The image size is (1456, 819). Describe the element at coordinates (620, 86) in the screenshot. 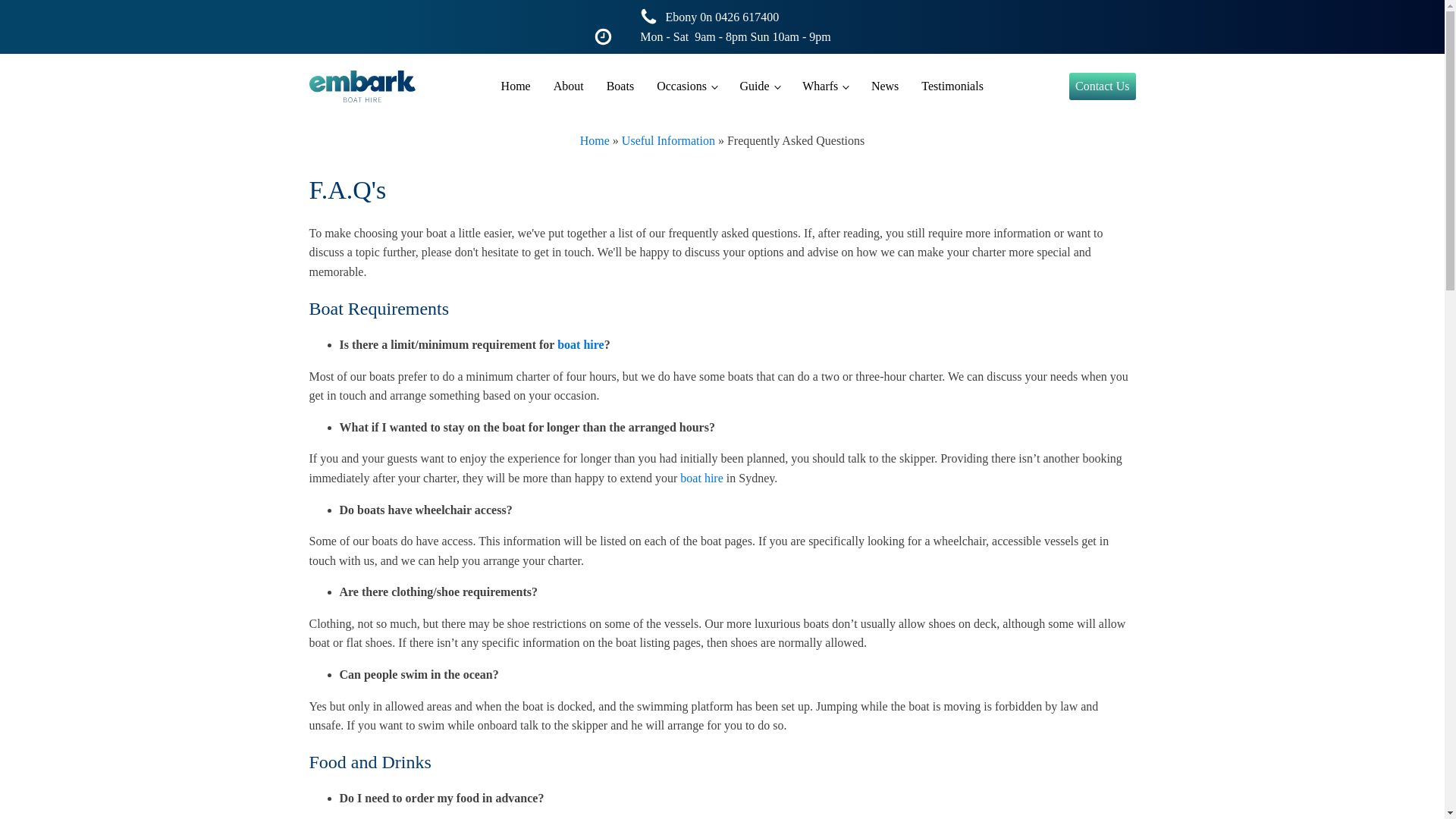

I see `'Boats'` at that location.